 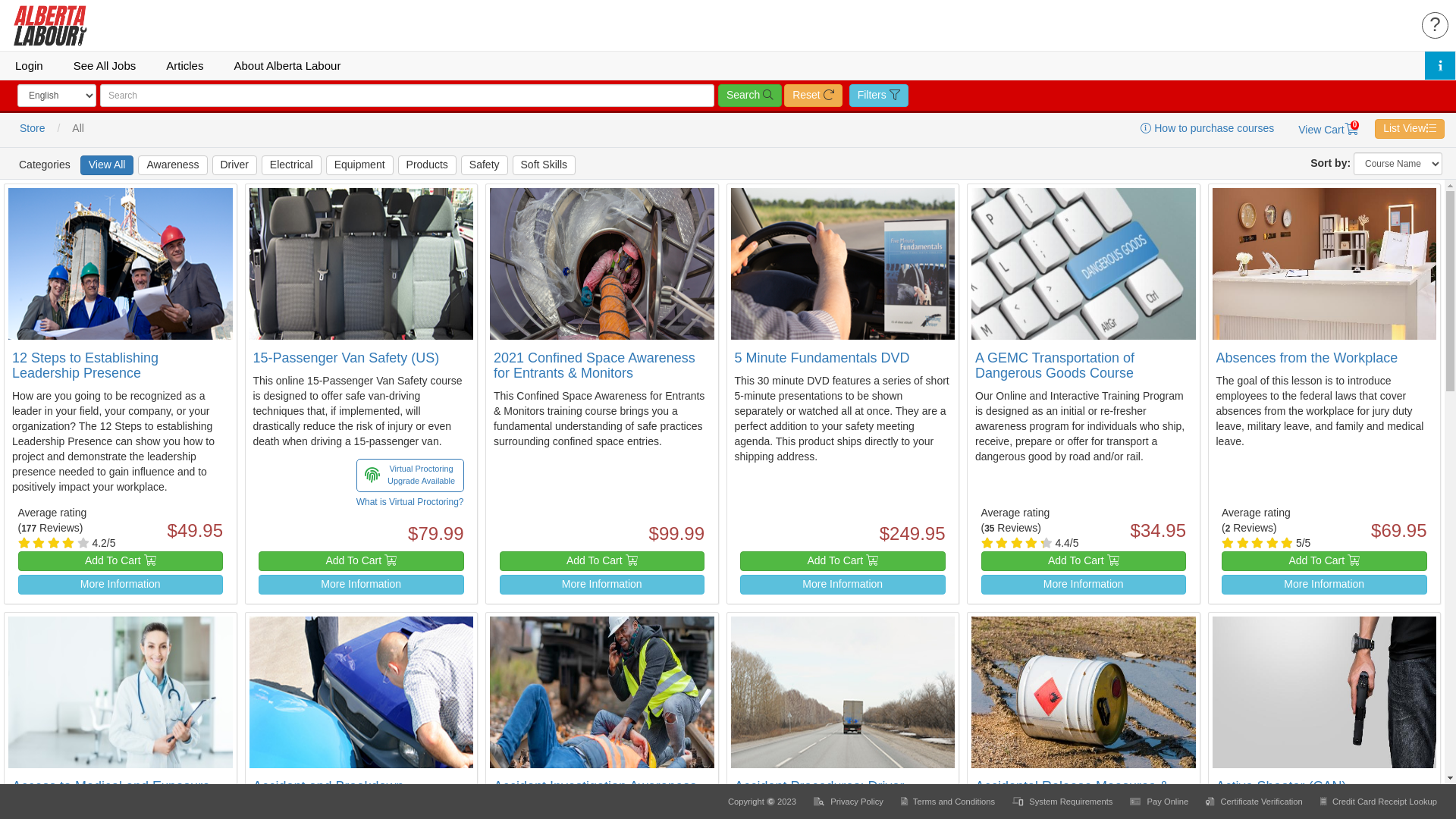 What do you see at coordinates (1379, 800) in the screenshot?
I see `'Credit Card Receipt Lookup'` at bounding box center [1379, 800].